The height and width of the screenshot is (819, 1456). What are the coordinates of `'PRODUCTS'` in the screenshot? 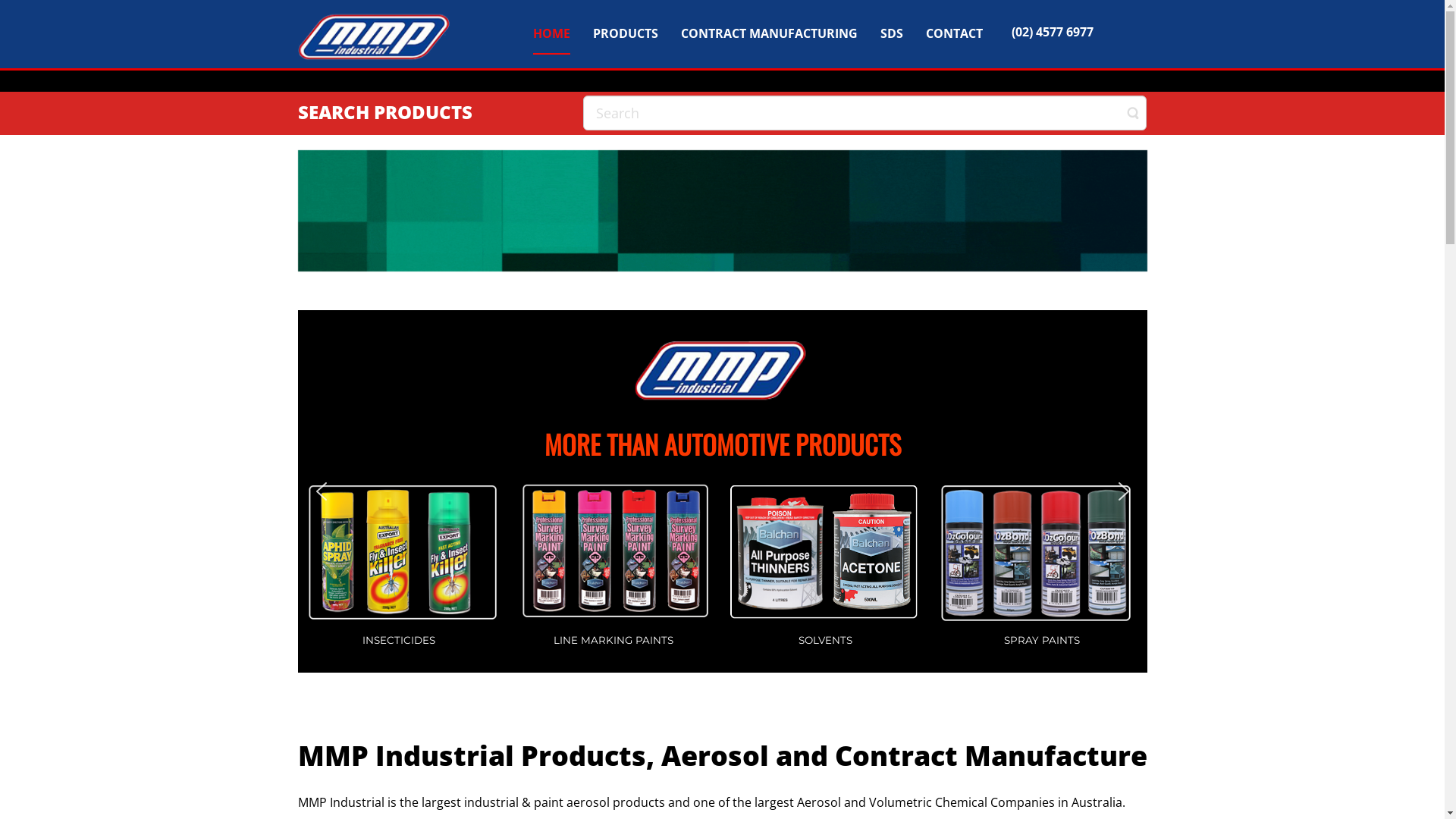 It's located at (592, 31).